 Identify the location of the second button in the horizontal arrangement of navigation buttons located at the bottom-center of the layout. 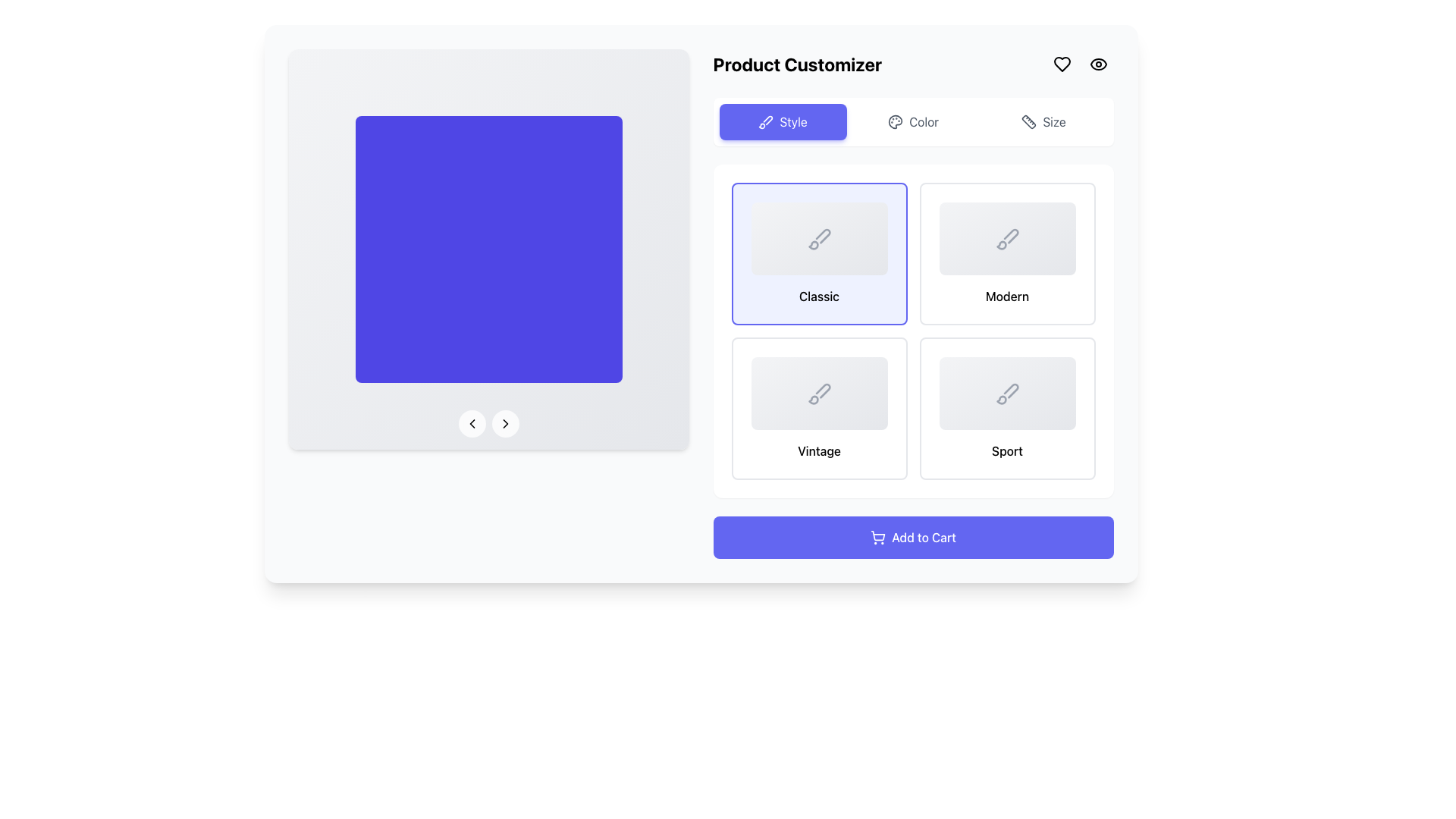
(505, 424).